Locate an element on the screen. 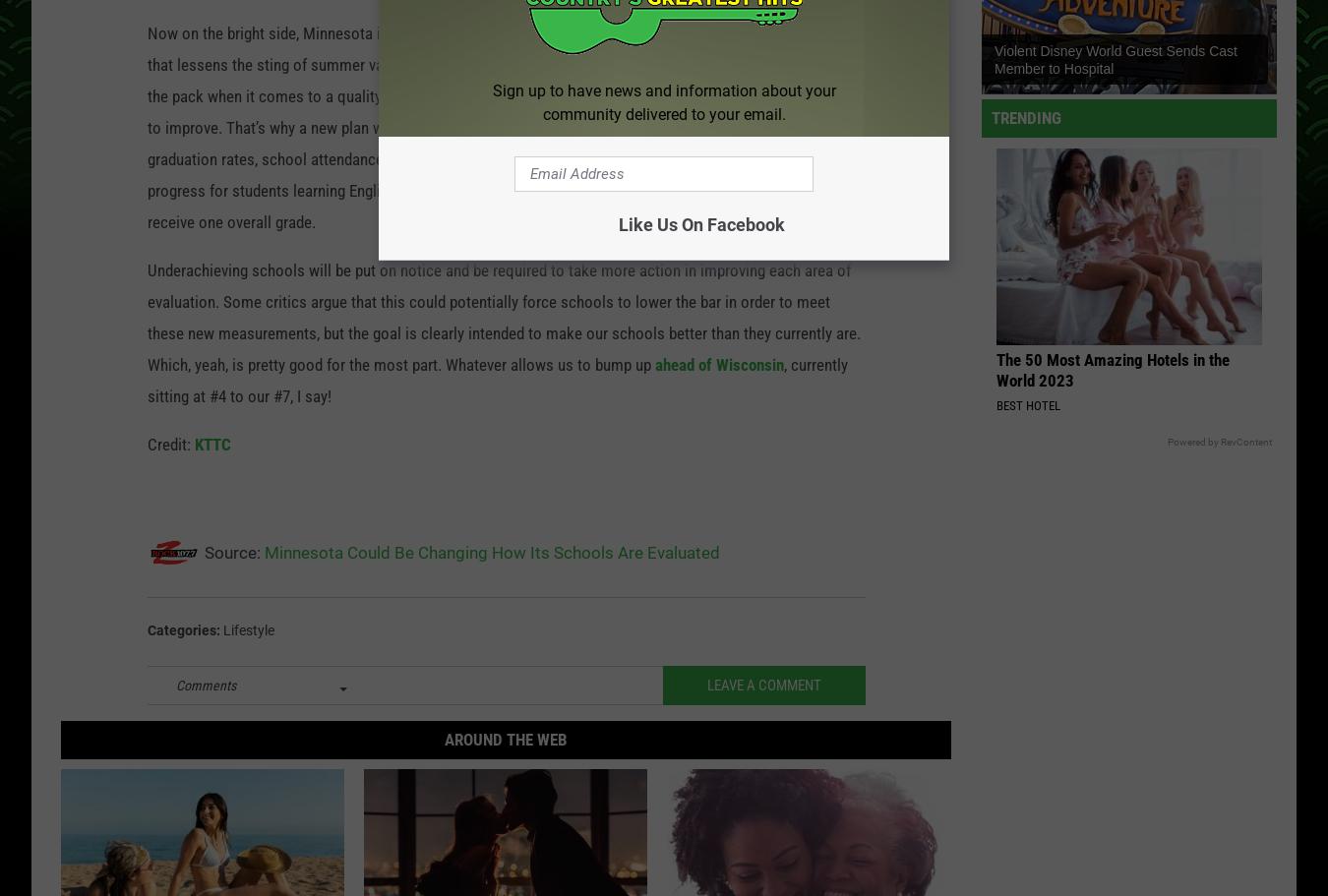 The height and width of the screenshot is (896, 1328). 'ahead of Wisconsin' is located at coordinates (718, 367).